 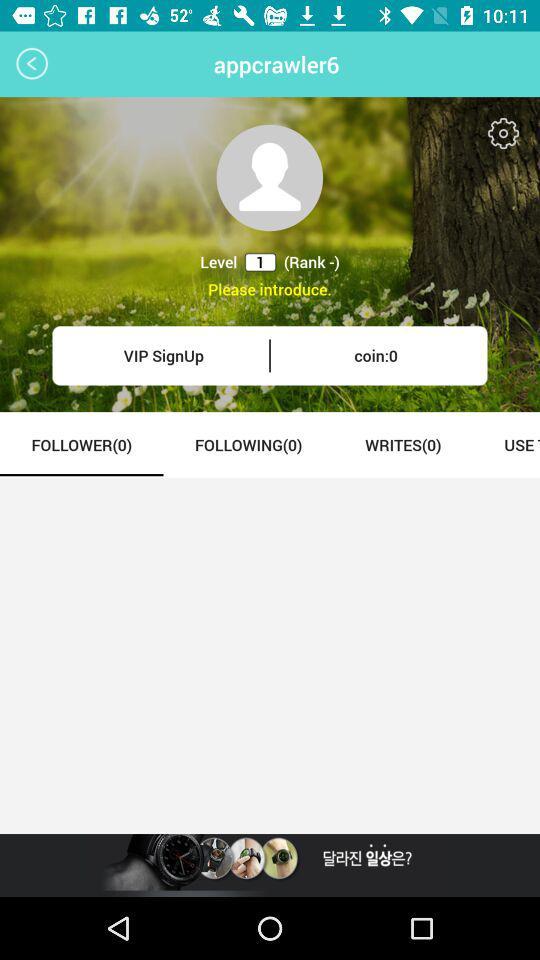 I want to click on the icon to the left of the use theme(0) app, so click(x=403, y=444).